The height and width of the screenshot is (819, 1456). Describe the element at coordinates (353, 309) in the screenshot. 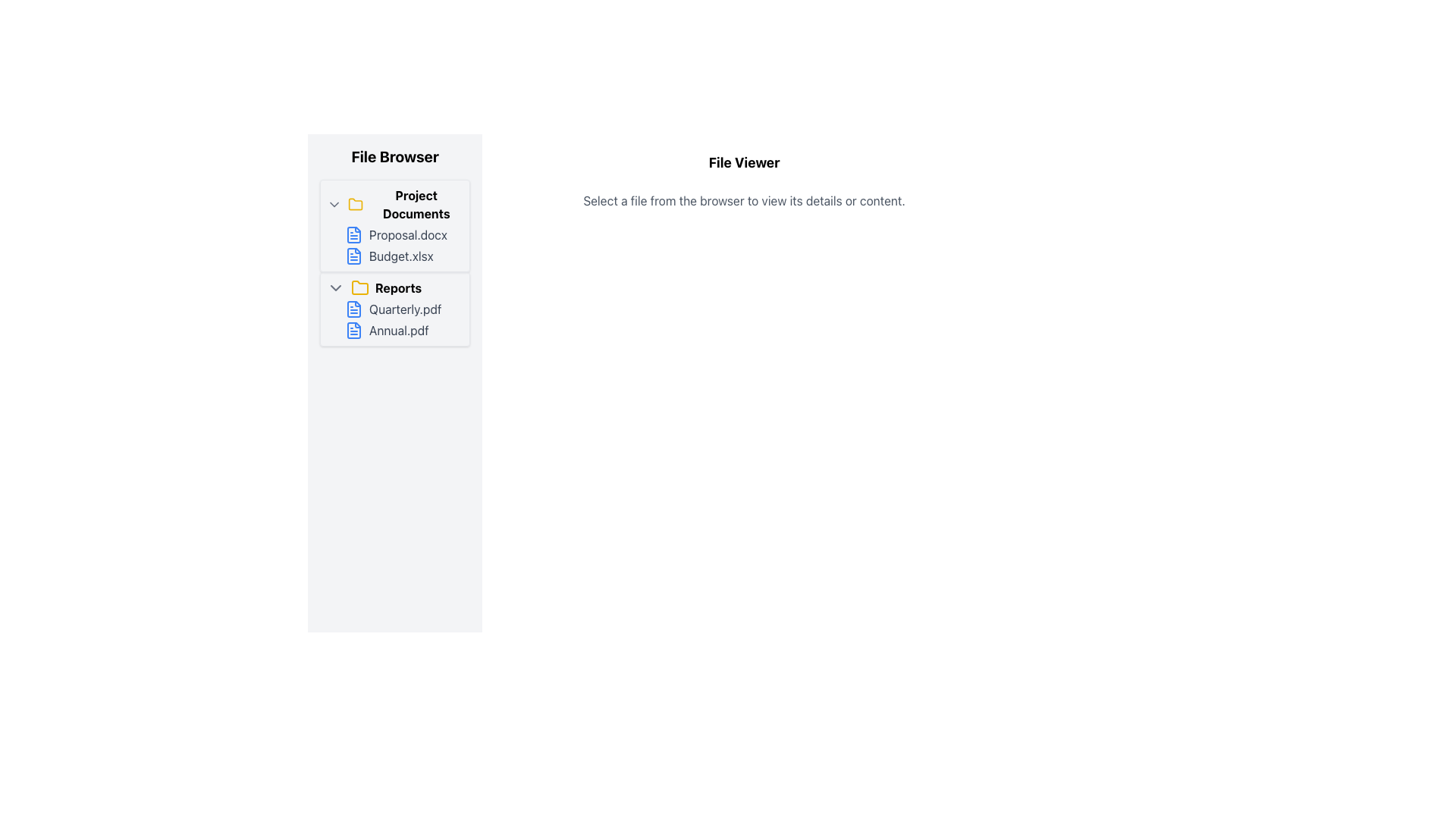

I see `the blue outlined file icon representing 'Quarterly.pdf' located in the 'Reports' group of the file browser interface` at that location.